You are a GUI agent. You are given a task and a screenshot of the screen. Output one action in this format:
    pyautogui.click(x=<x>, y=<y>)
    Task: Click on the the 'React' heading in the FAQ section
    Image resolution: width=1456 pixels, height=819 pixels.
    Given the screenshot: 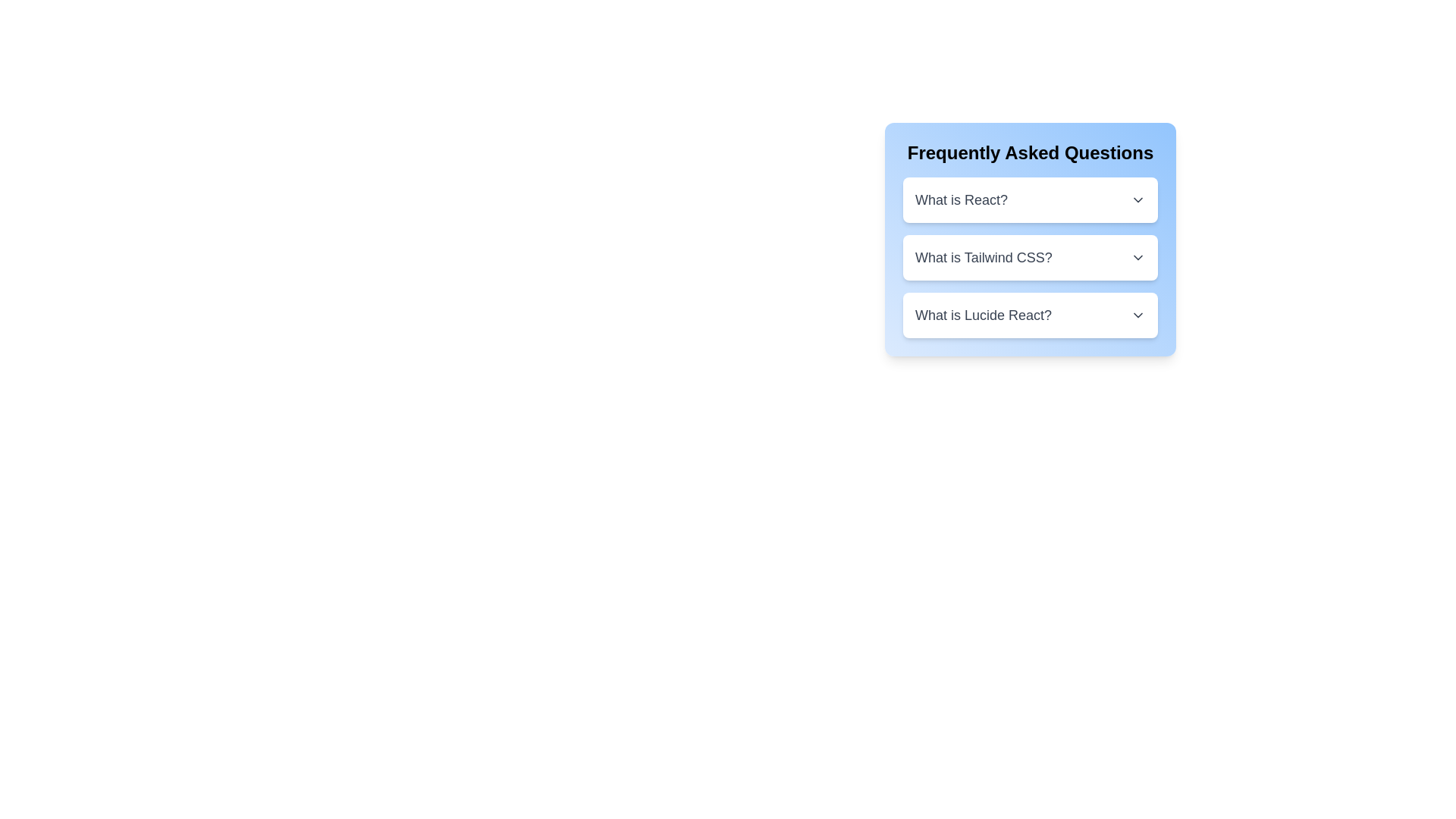 What is the action you would take?
    pyautogui.click(x=960, y=199)
    